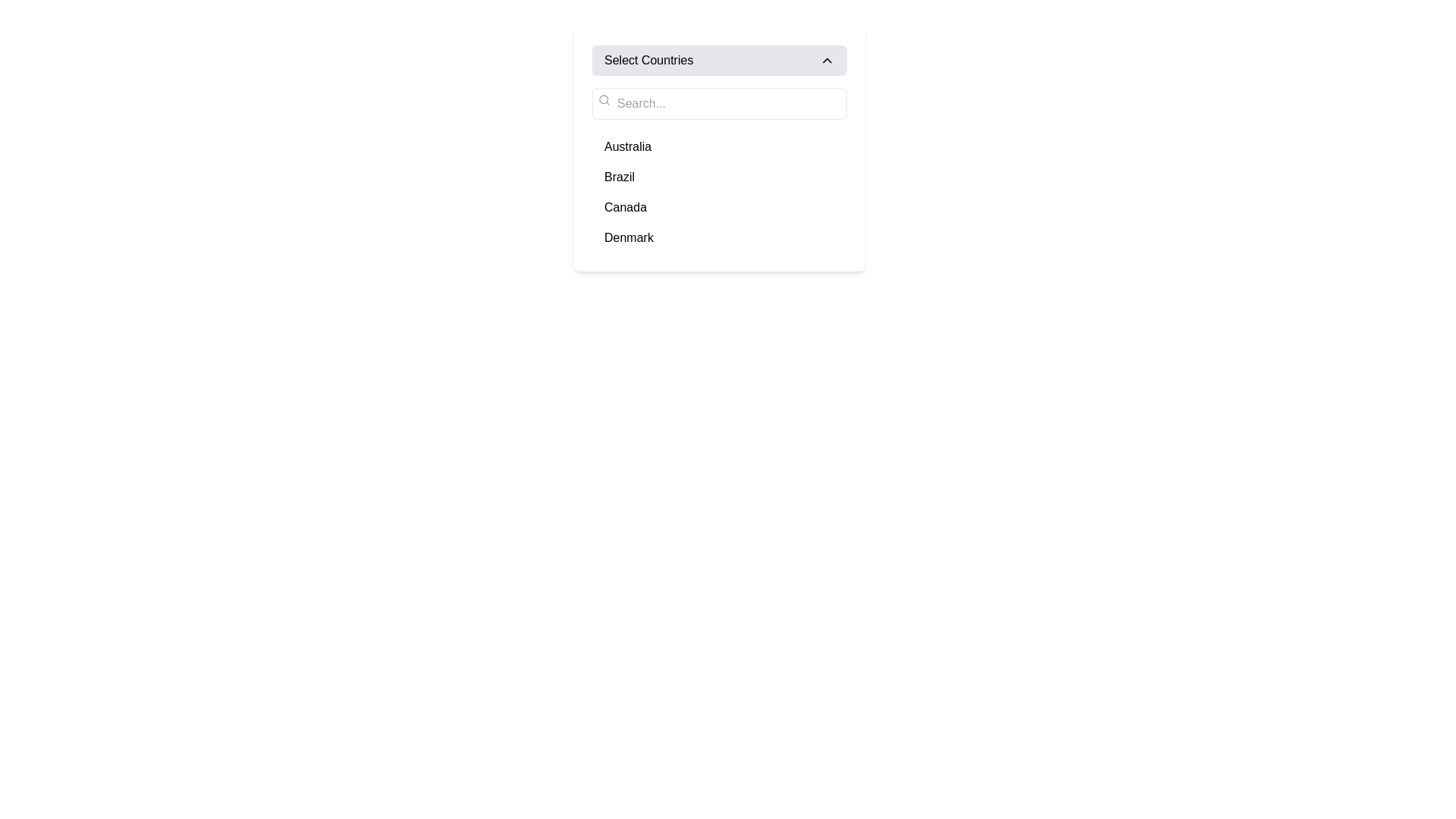  Describe the element at coordinates (719, 170) in the screenshot. I see `the selectable item in the dropdown menu for previewing options related to 'Select Countries'` at that location.